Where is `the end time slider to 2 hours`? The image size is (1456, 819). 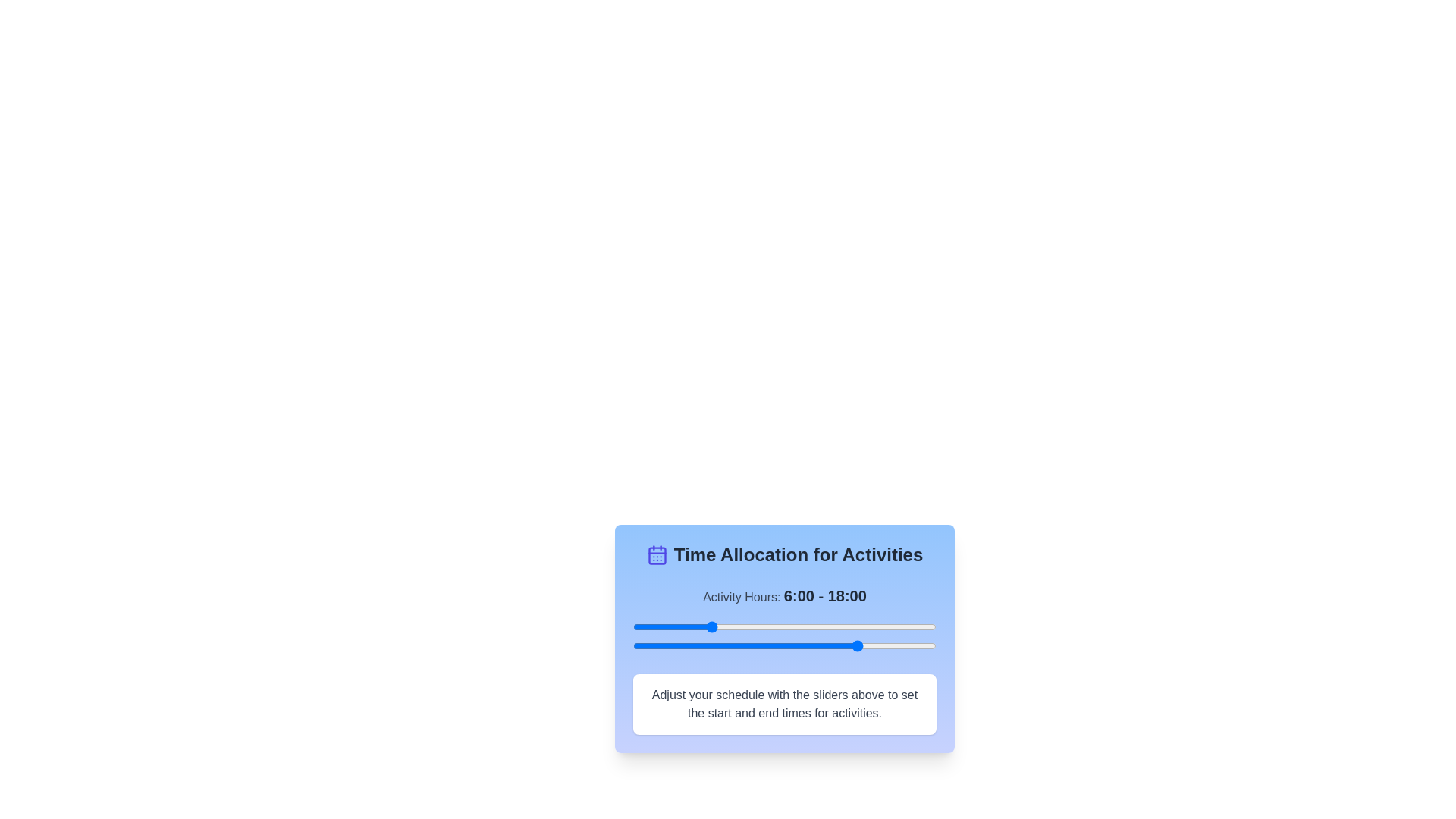
the end time slider to 2 hours is located at coordinates (658, 646).